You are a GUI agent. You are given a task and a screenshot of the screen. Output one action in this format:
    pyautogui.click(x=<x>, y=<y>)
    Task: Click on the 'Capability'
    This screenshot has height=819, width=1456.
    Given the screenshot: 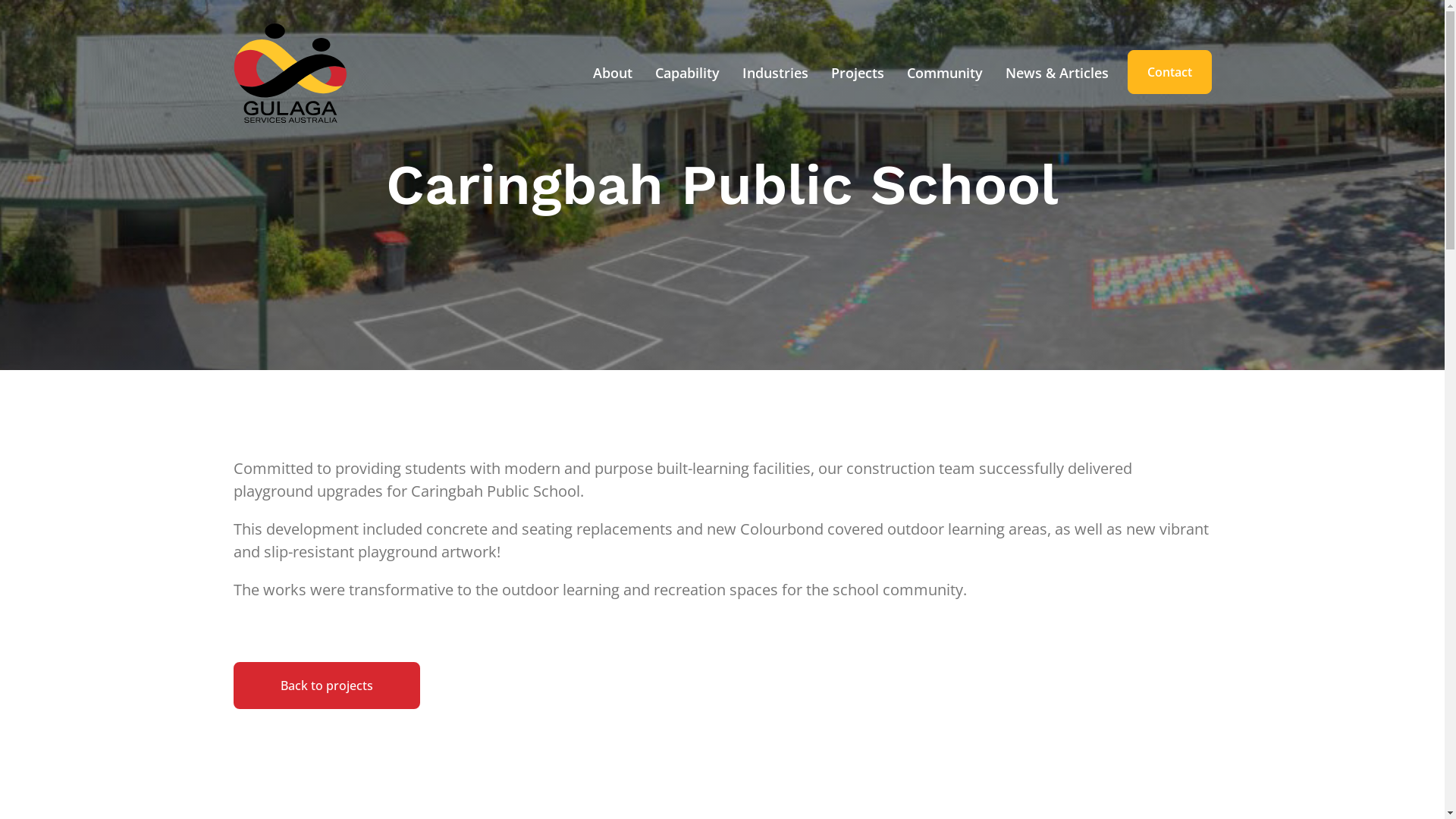 What is the action you would take?
    pyautogui.click(x=651, y=73)
    